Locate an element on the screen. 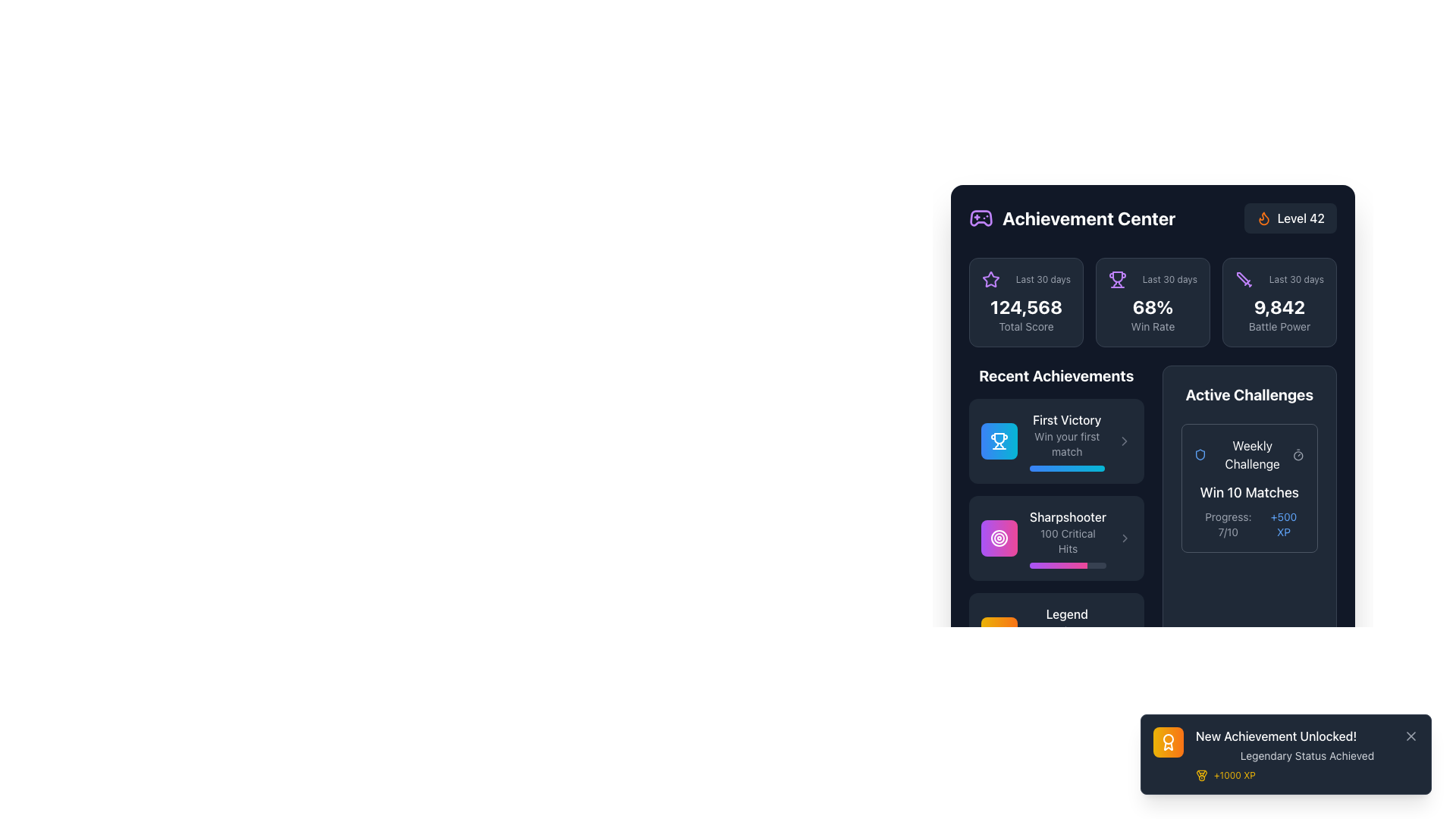  the 'First Victory' achievement text block located in the 'Recent Achievements' section, which is the upper-left item in the list is located at coordinates (1066, 441).